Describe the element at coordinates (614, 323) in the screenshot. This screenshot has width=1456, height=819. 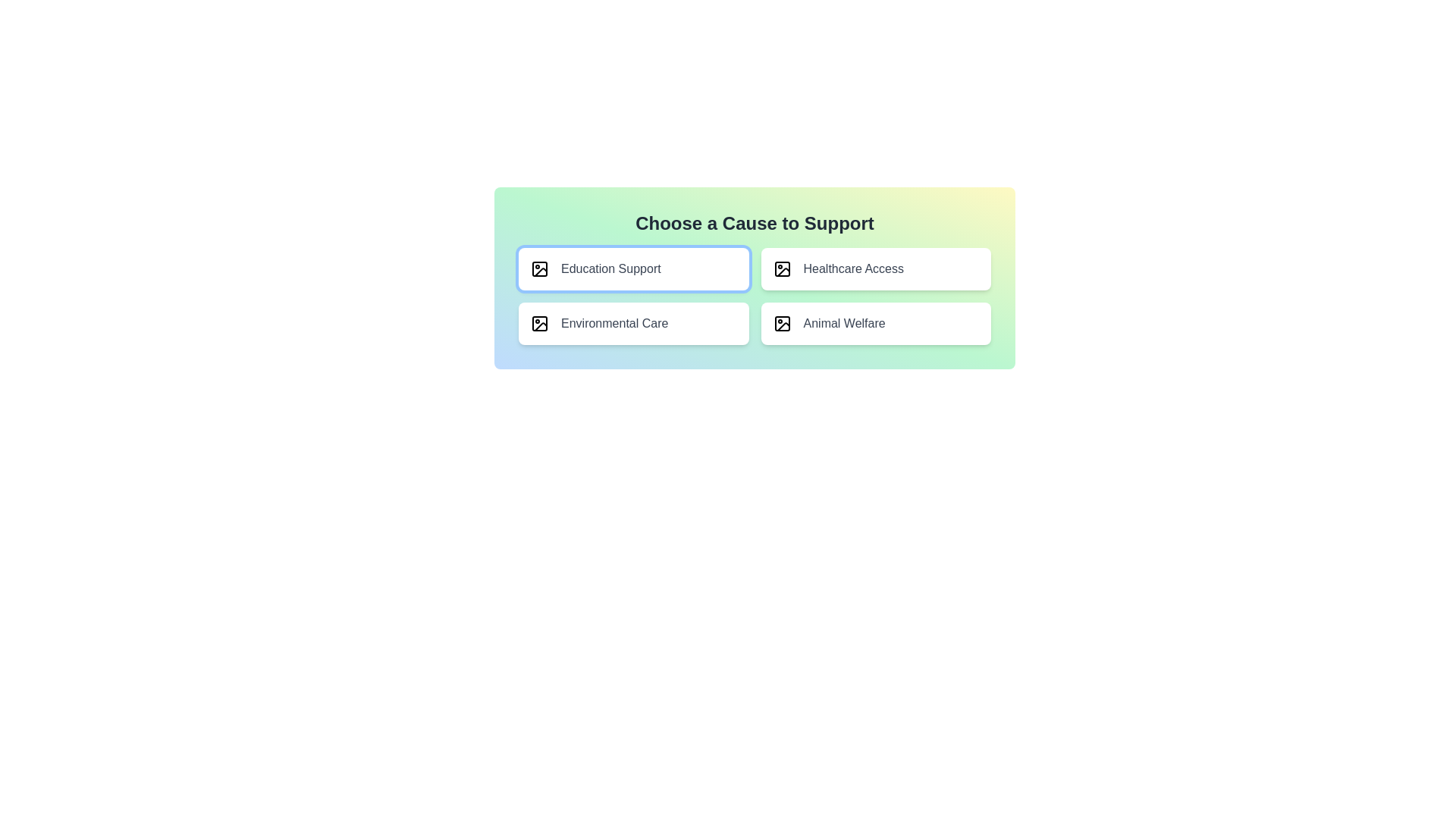
I see `the text label displaying 'Environmental Care', which is styled in gray and located within a rectangular button in the bottom-left quadrant of a four-button grid layout` at that location.